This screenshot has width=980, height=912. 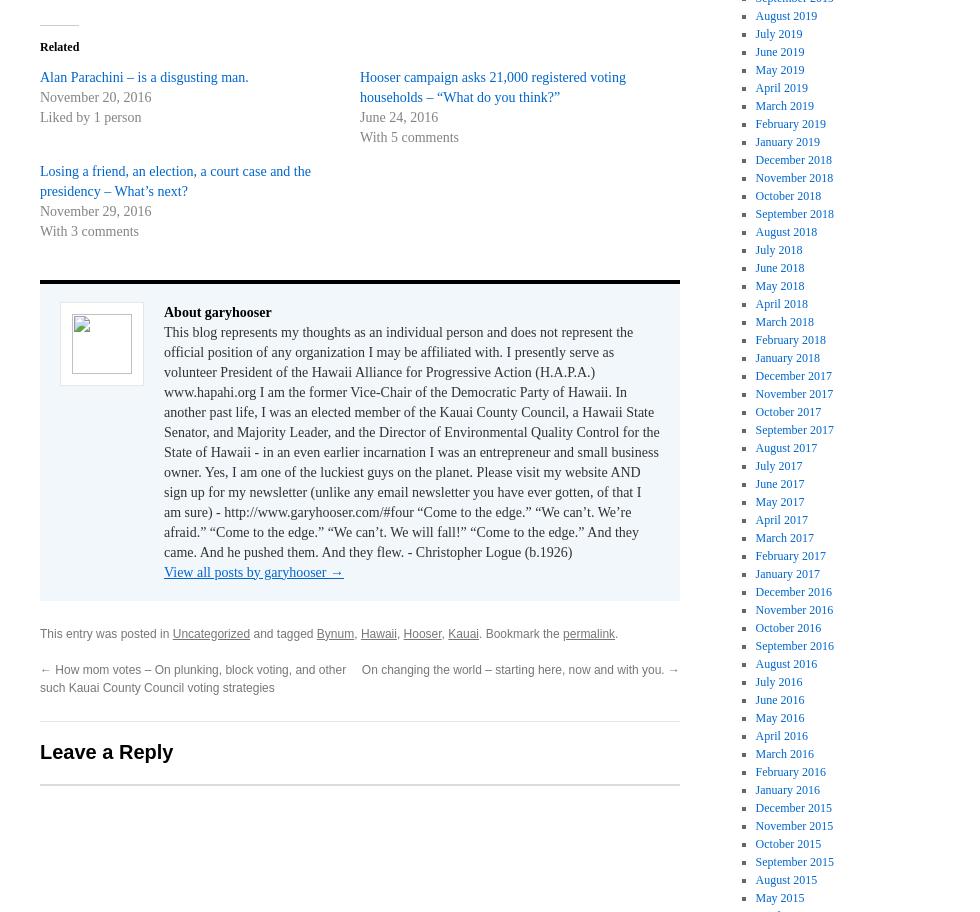 What do you see at coordinates (361, 668) in the screenshot?
I see `'On changing the world – starting here, now and with you.'` at bounding box center [361, 668].